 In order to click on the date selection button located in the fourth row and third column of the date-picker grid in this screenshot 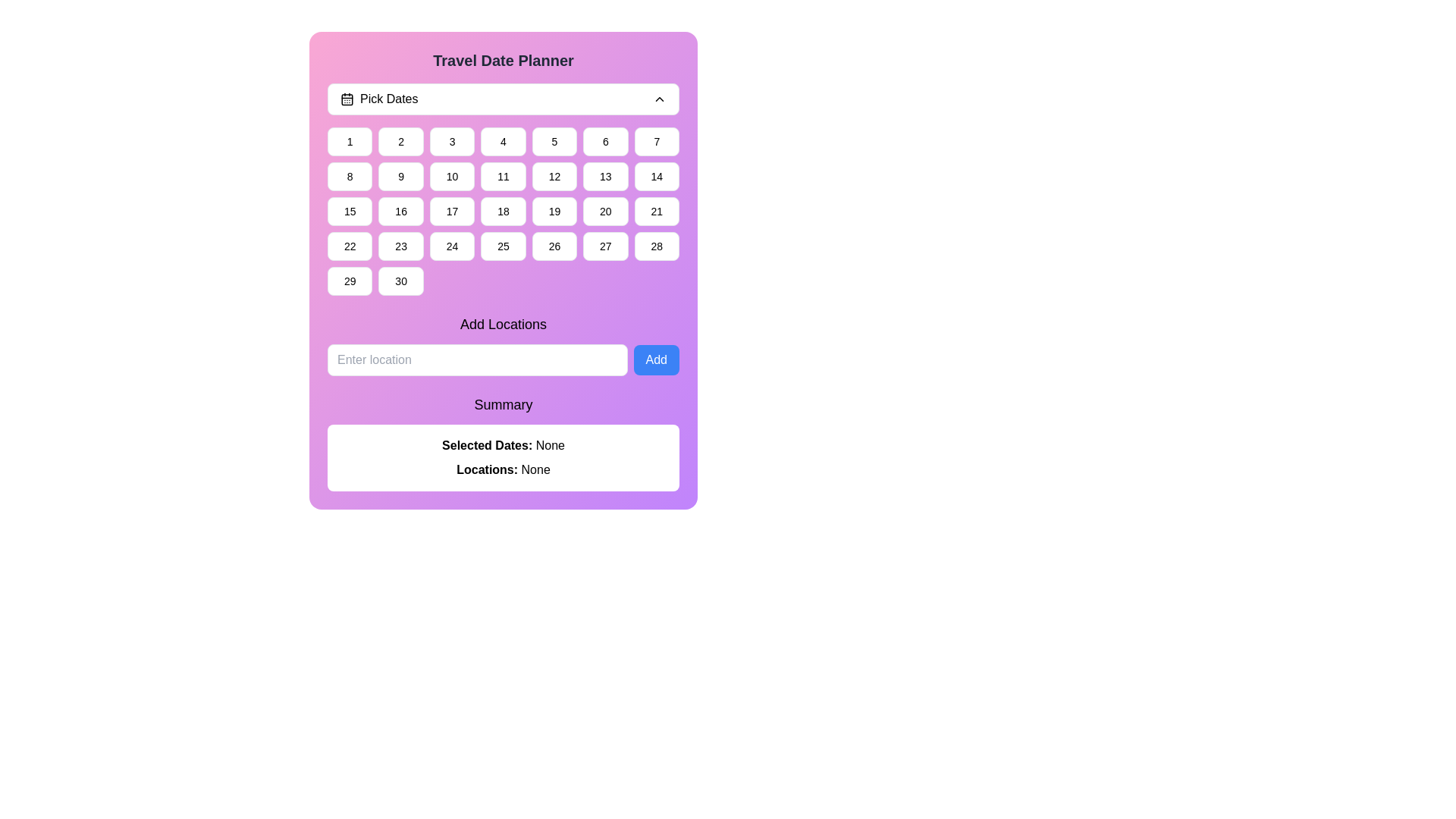, I will do `click(451, 245)`.